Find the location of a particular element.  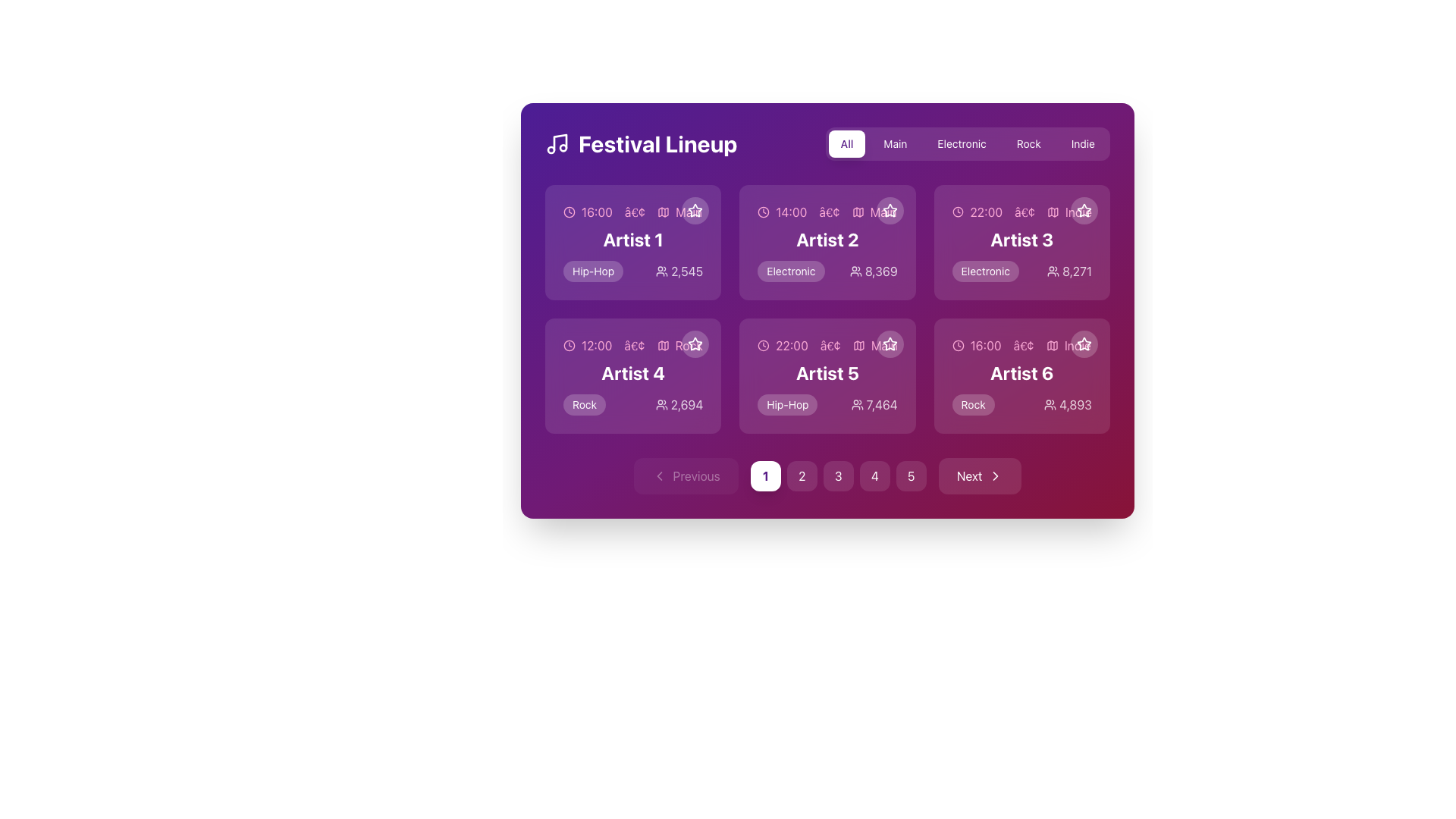

the icon button located in the top-right corner of the 'Artist 1' card in the 'Festival Lineup' interface is located at coordinates (695, 210).